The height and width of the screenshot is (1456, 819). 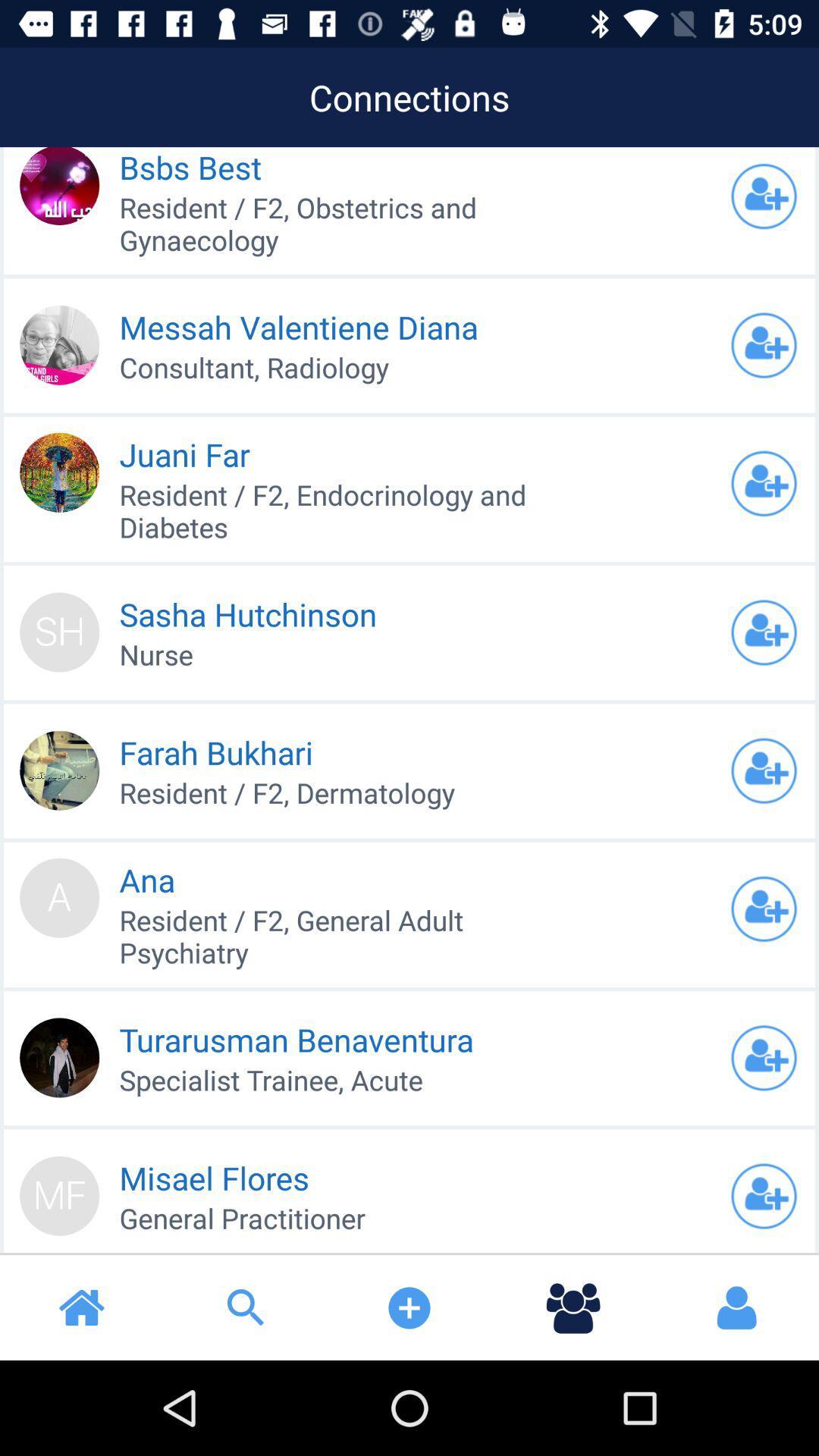 I want to click on open profile, so click(x=764, y=1195).